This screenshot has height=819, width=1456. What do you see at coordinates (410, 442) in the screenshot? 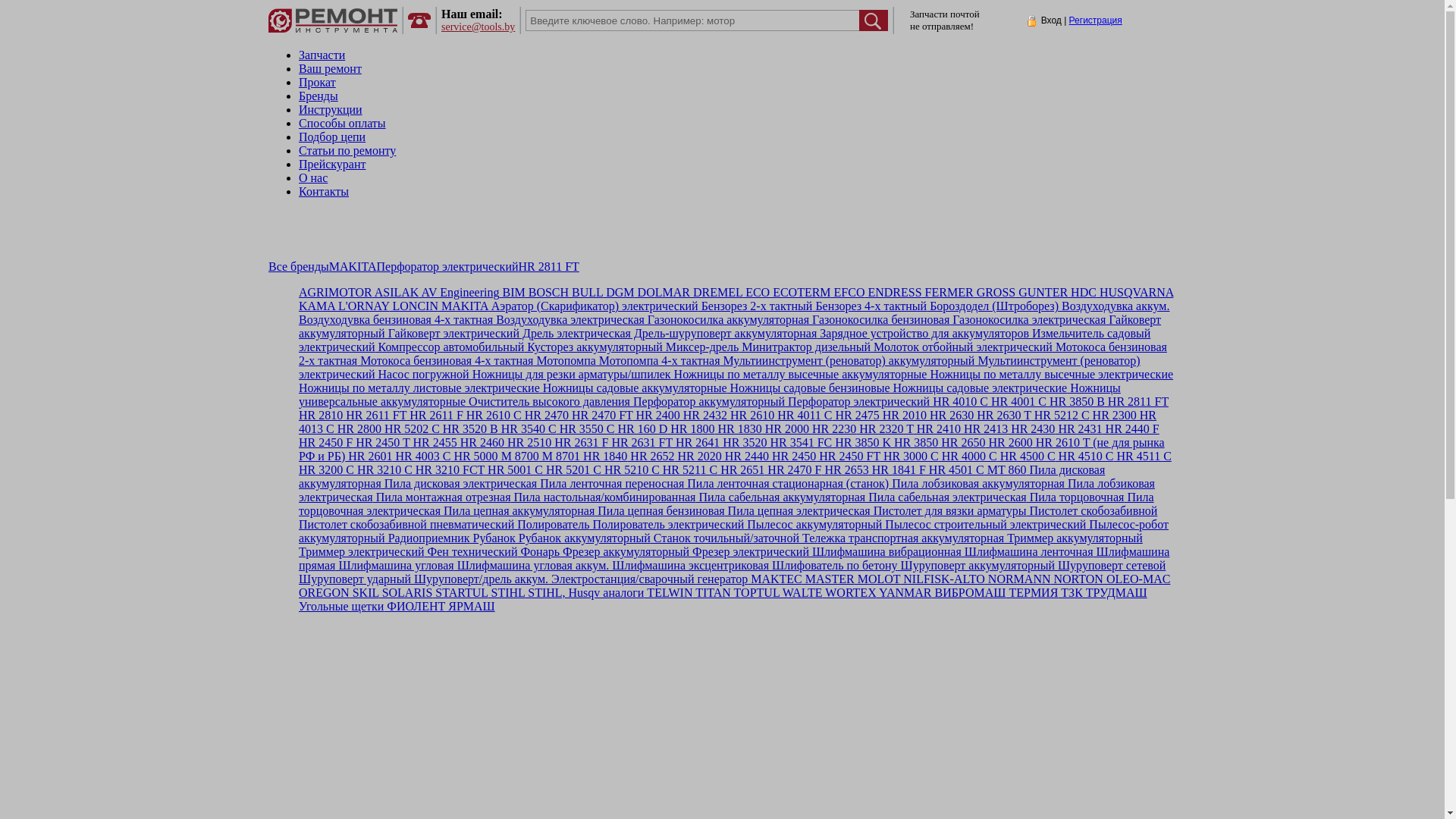
I see `'HR 2455'` at bounding box center [410, 442].